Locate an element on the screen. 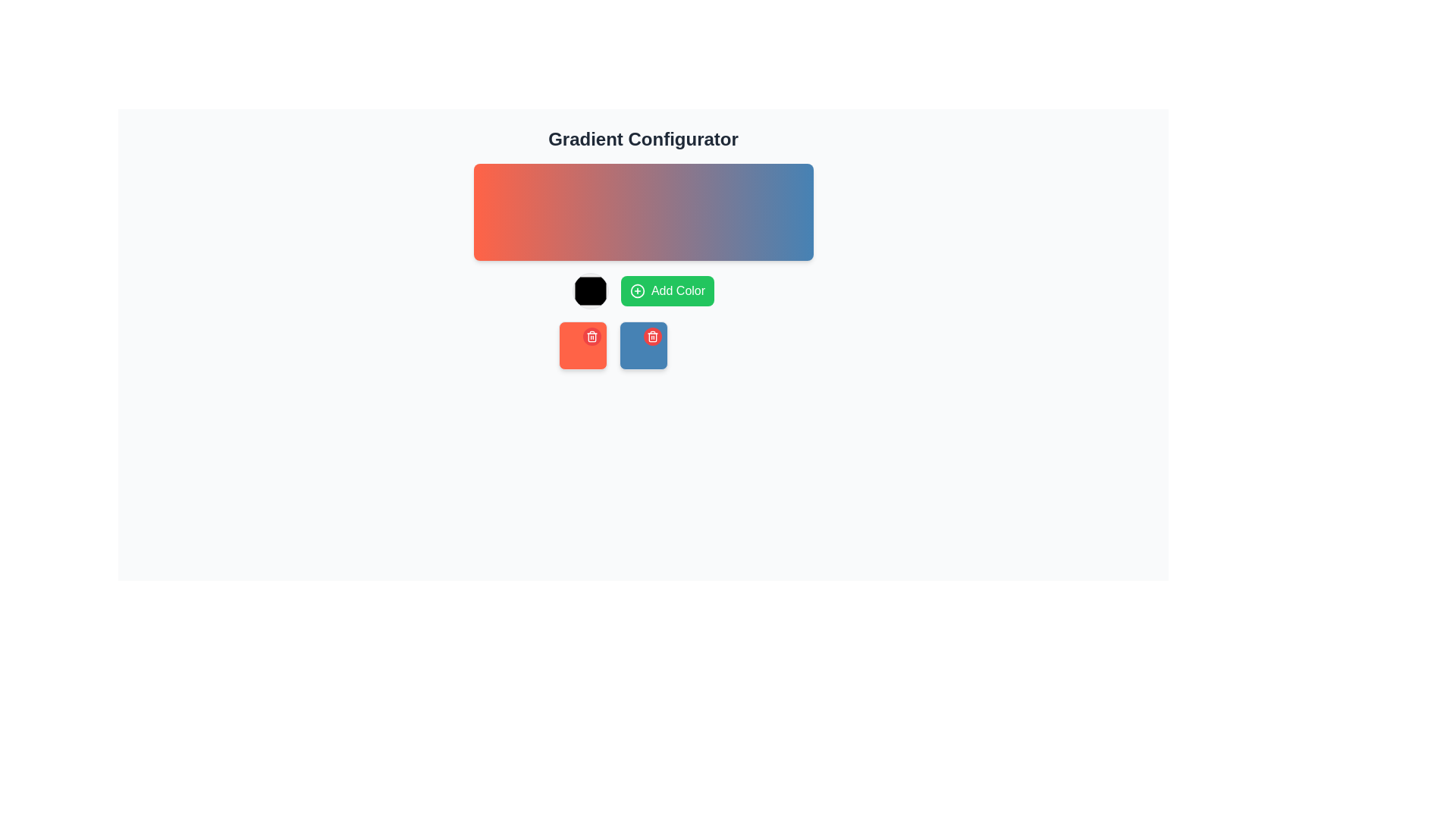 The width and height of the screenshot is (1456, 819). the green rectangular 'Add Color' button with rounded corners is located at coordinates (643, 291).